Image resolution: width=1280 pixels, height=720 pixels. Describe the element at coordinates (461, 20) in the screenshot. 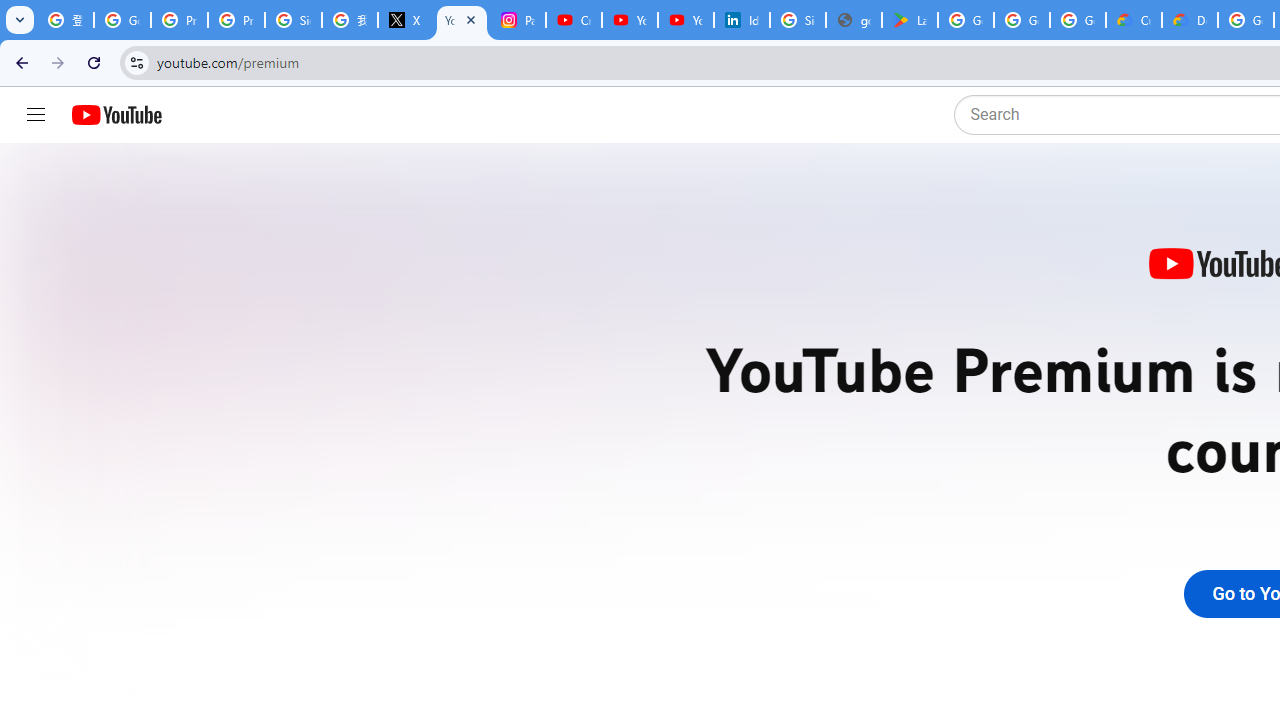

I see `'YouTube Premium - YouTube'` at that location.